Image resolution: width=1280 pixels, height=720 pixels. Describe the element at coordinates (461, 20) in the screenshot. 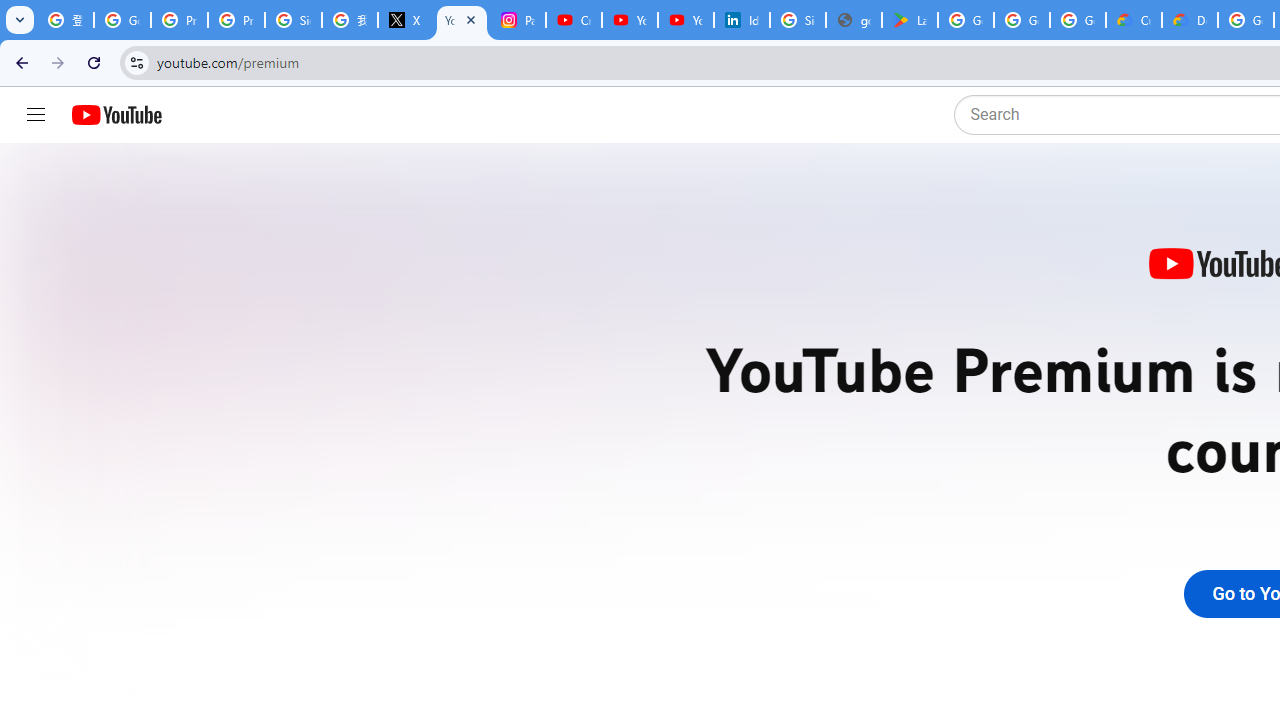

I see `'YouTube Premium - YouTube'` at that location.